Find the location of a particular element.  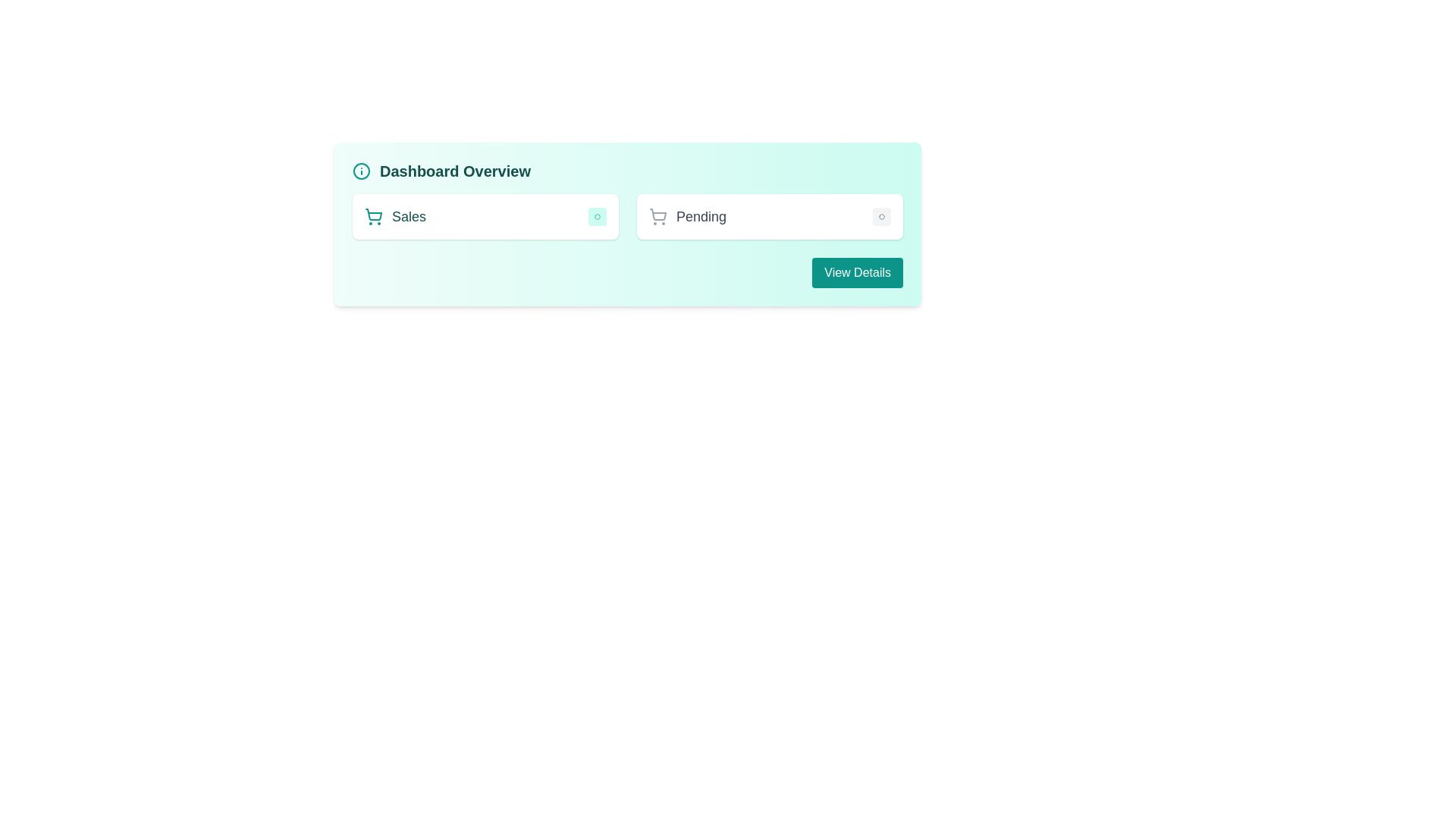

the status label displaying 'Pending' located to the right of the shopping cart icon within the dashboard overview card is located at coordinates (701, 216).